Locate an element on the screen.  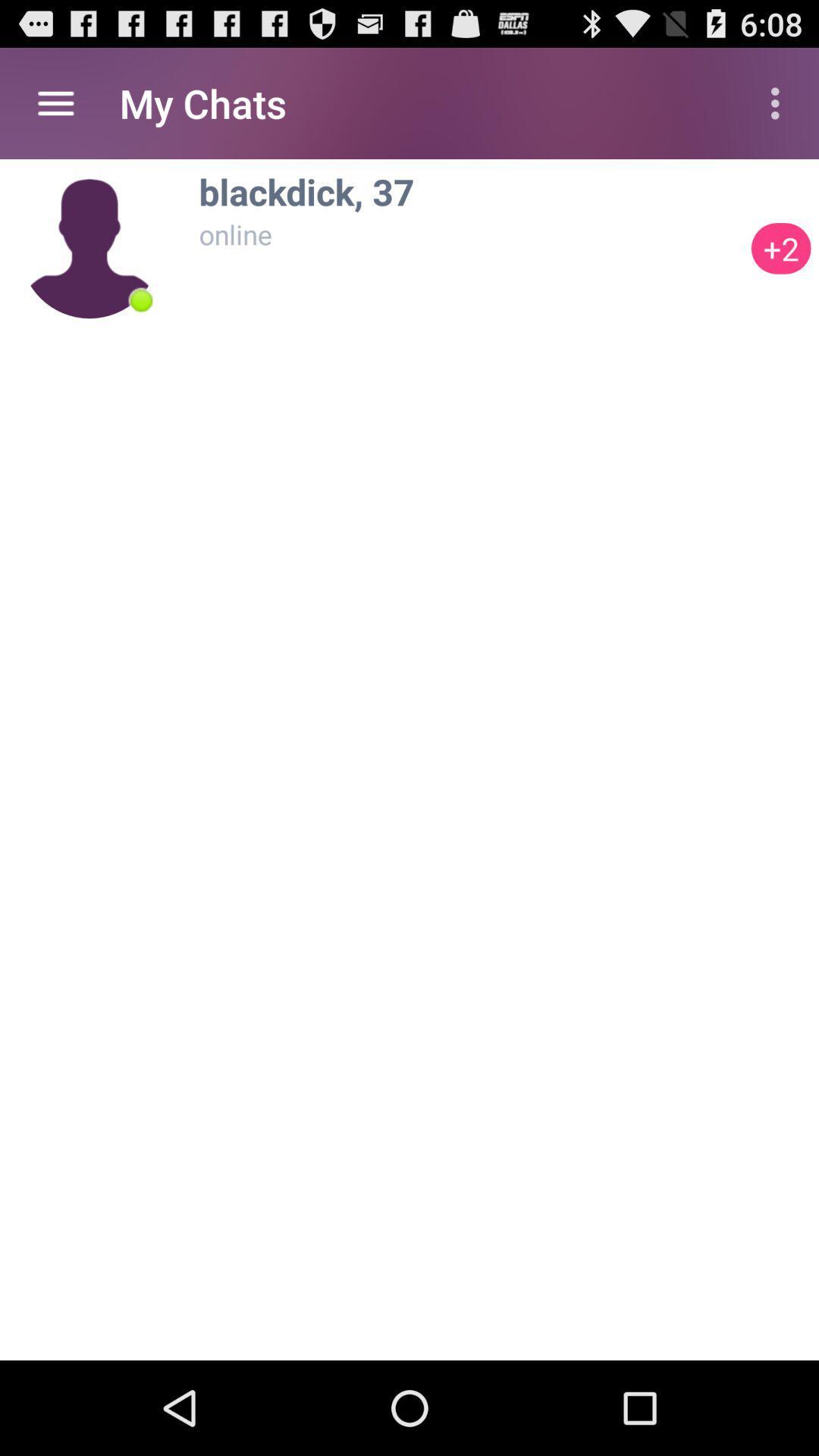
icon to the right of my chats icon is located at coordinates (779, 102).